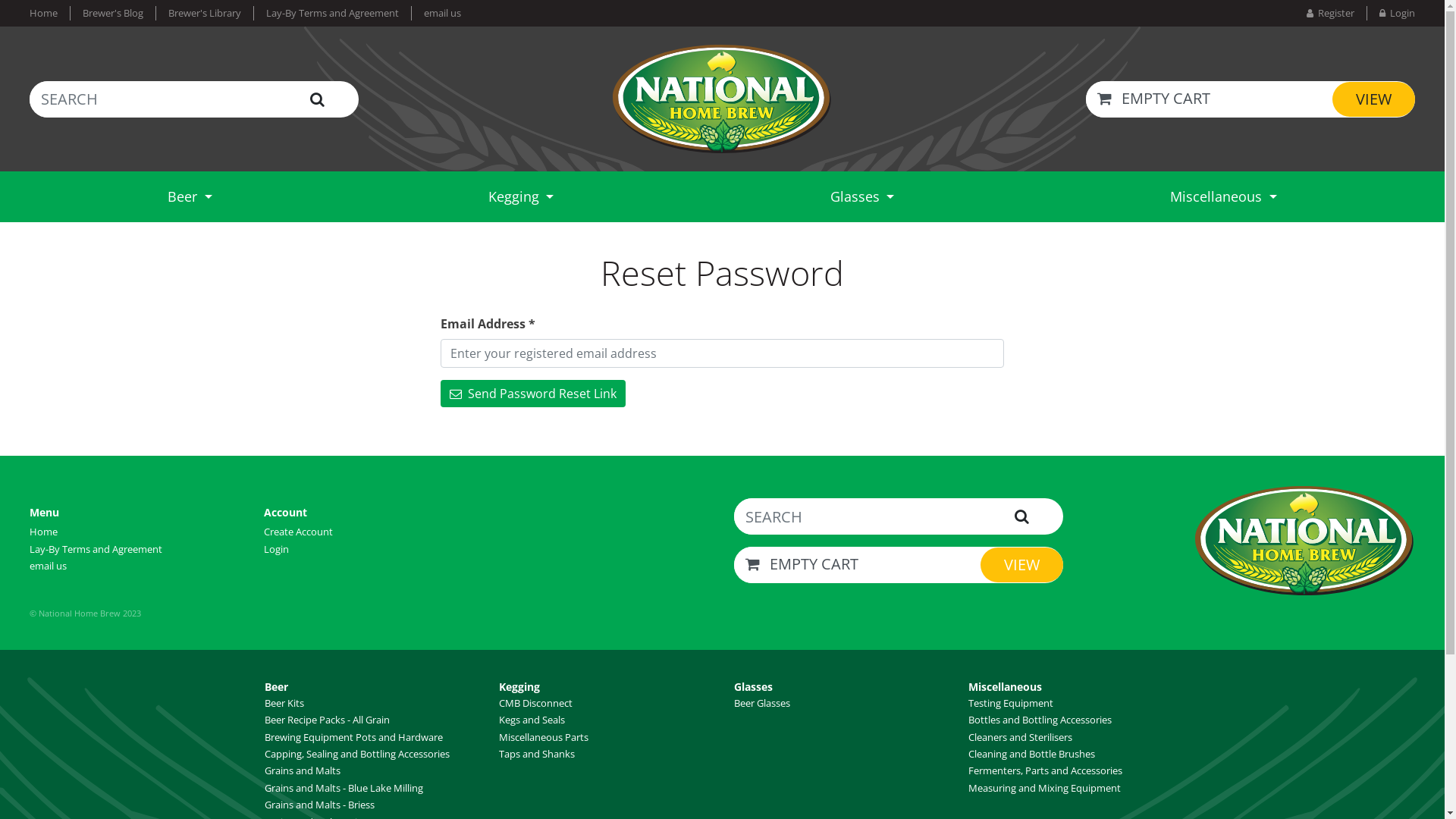  I want to click on '  Send Password Reset Link', so click(532, 393).